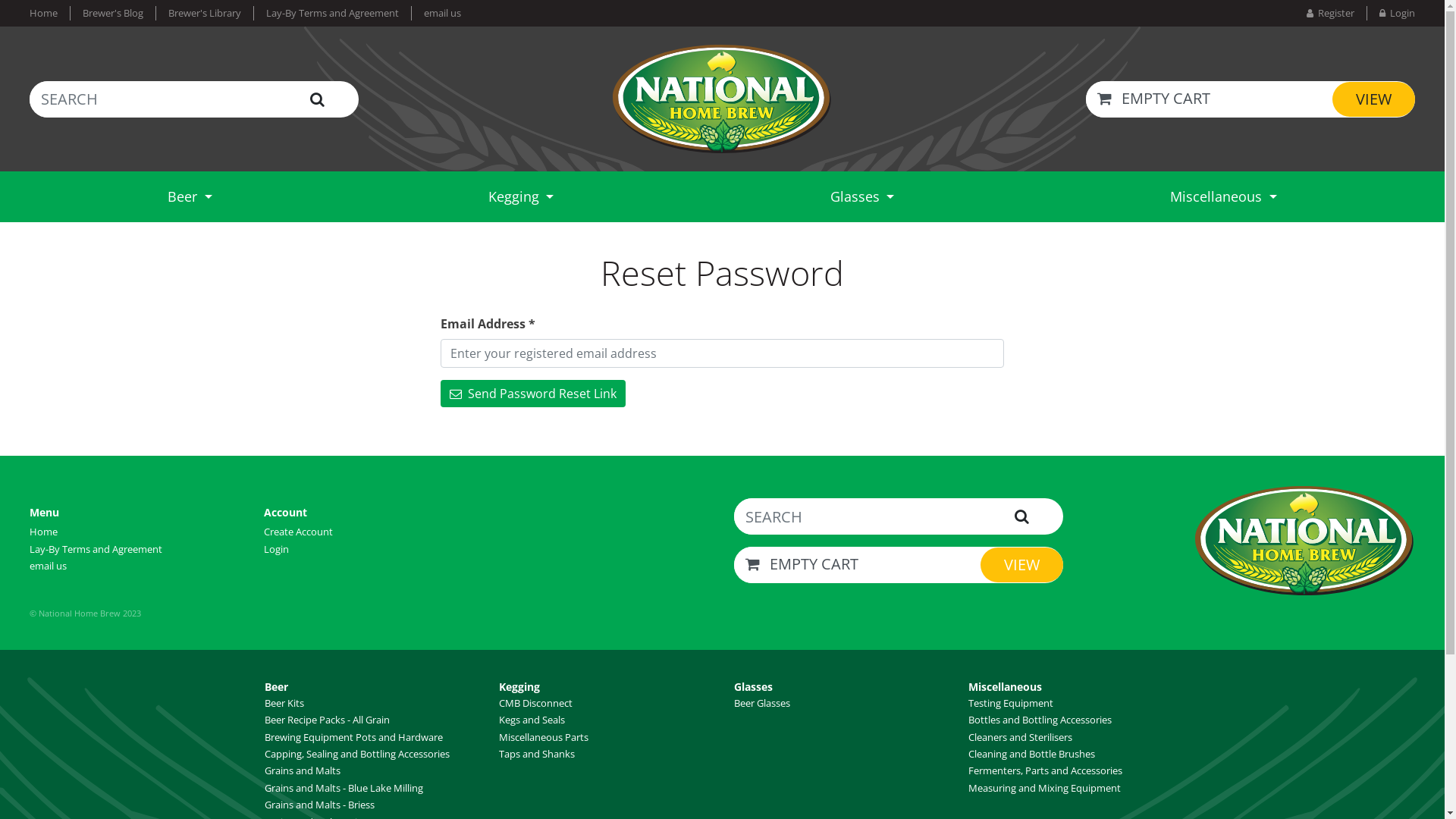  I want to click on '  Send Password Reset Link', so click(532, 393).